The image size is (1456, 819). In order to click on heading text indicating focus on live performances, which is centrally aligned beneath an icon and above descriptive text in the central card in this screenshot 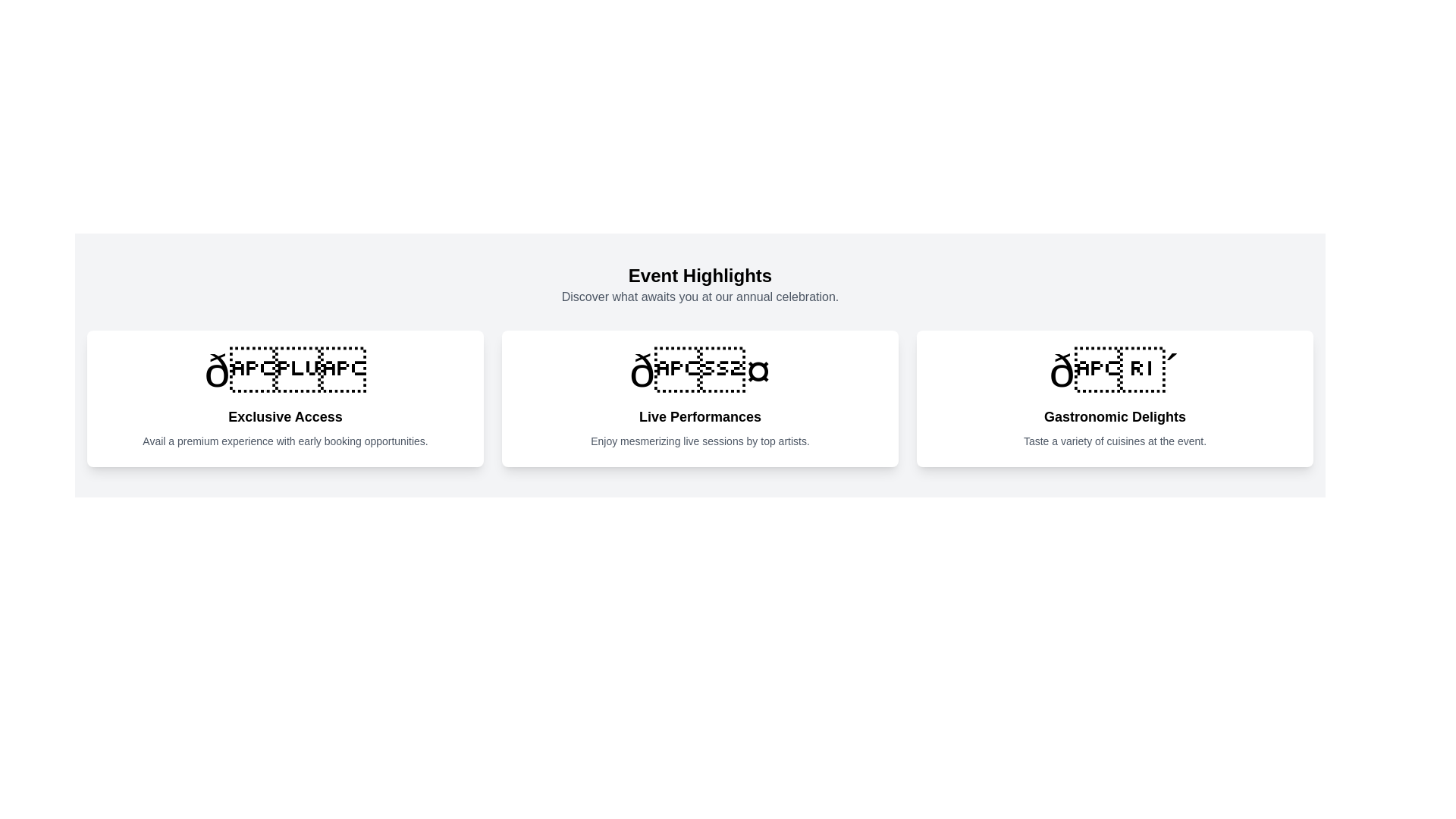, I will do `click(699, 417)`.